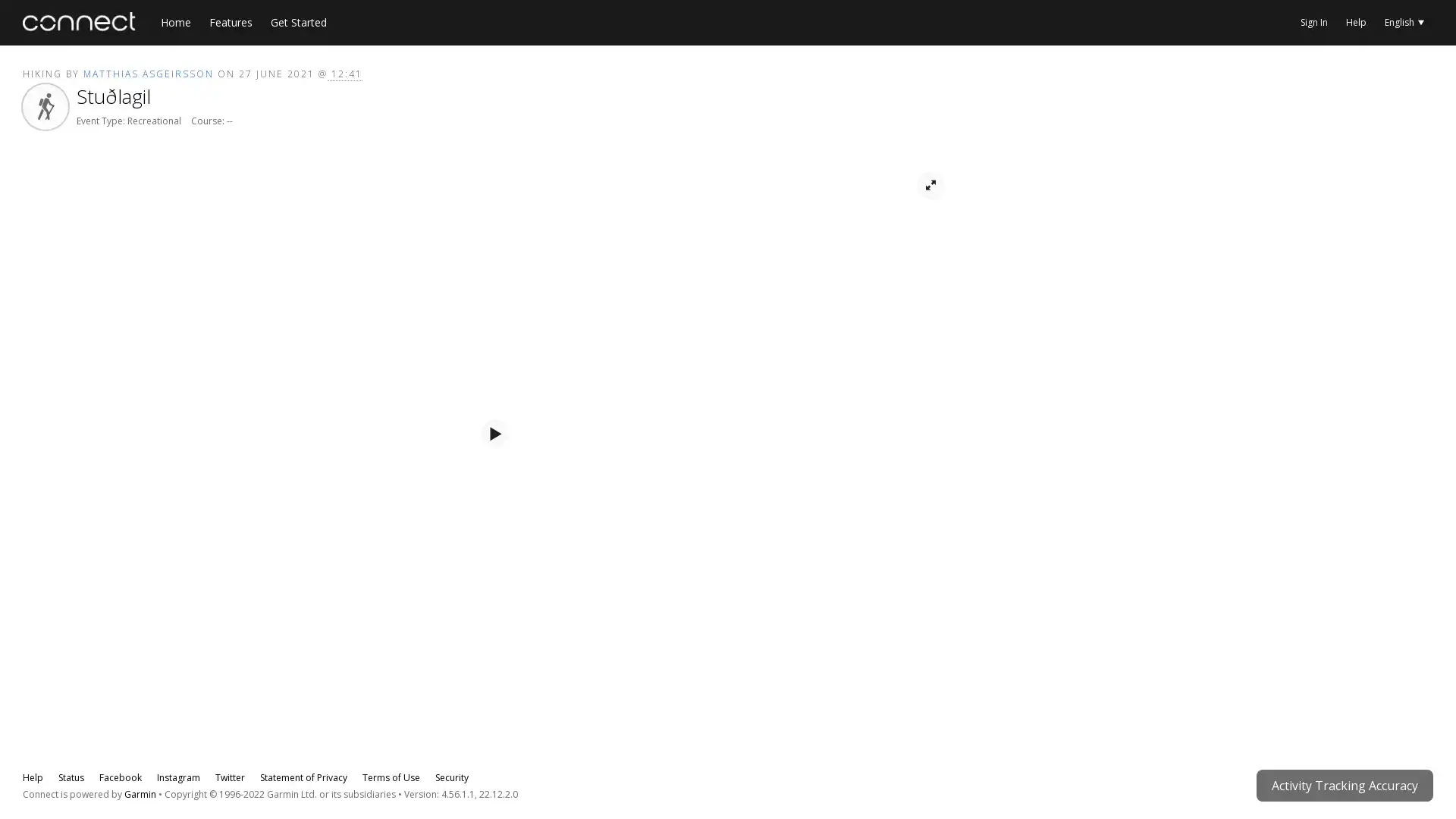  Describe the element at coordinates (71, 227) in the screenshot. I see `Zoom Out` at that location.